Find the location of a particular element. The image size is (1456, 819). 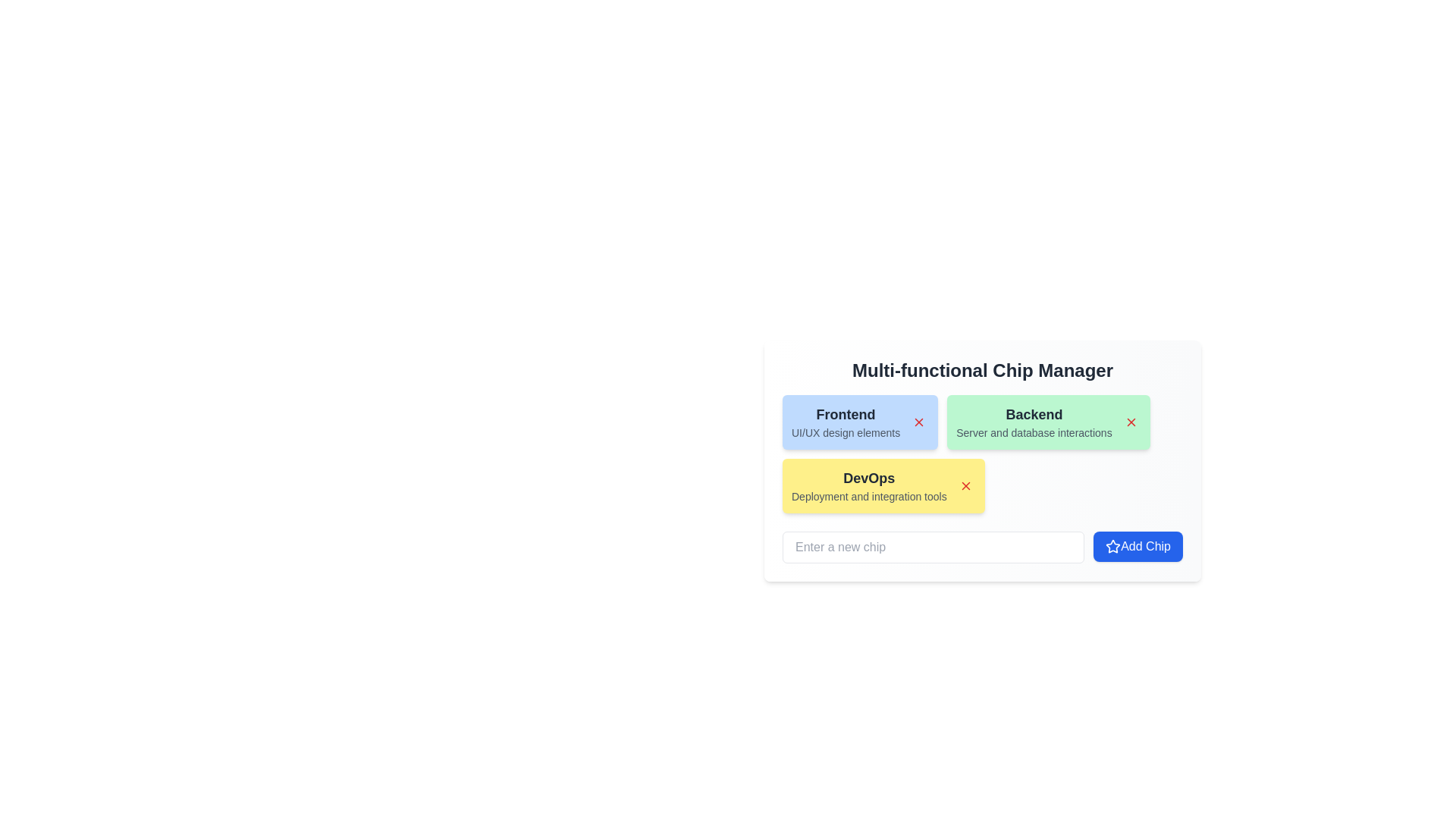

the delete button located on the right edge of the 'Backend' chip in the Multi-functional Chip Manager interface is located at coordinates (1131, 422).